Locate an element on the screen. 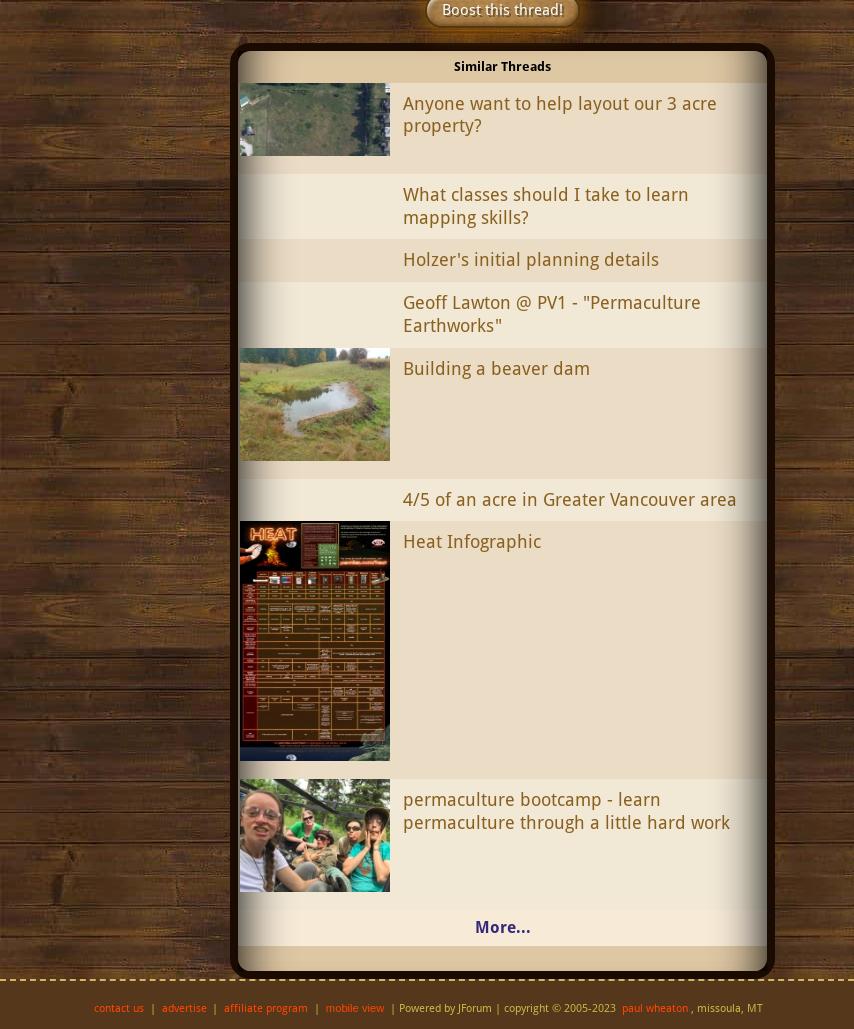  'Anyone want to help layout our 3 acre property?' is located at coordinates (558, 113).